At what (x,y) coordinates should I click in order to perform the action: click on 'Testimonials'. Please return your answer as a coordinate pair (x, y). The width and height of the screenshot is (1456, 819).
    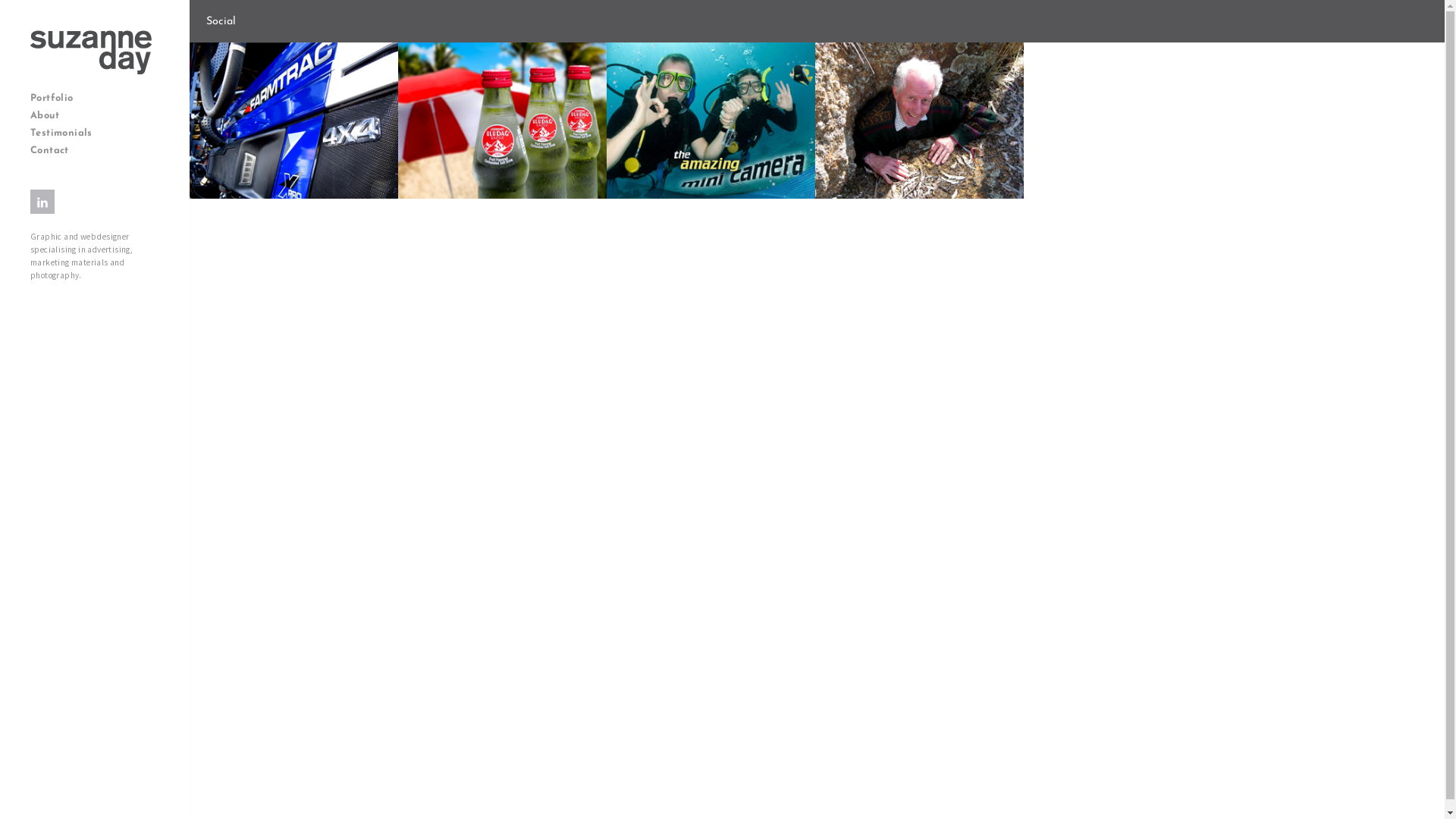
    Looking at the image, I should click on (96, 132).